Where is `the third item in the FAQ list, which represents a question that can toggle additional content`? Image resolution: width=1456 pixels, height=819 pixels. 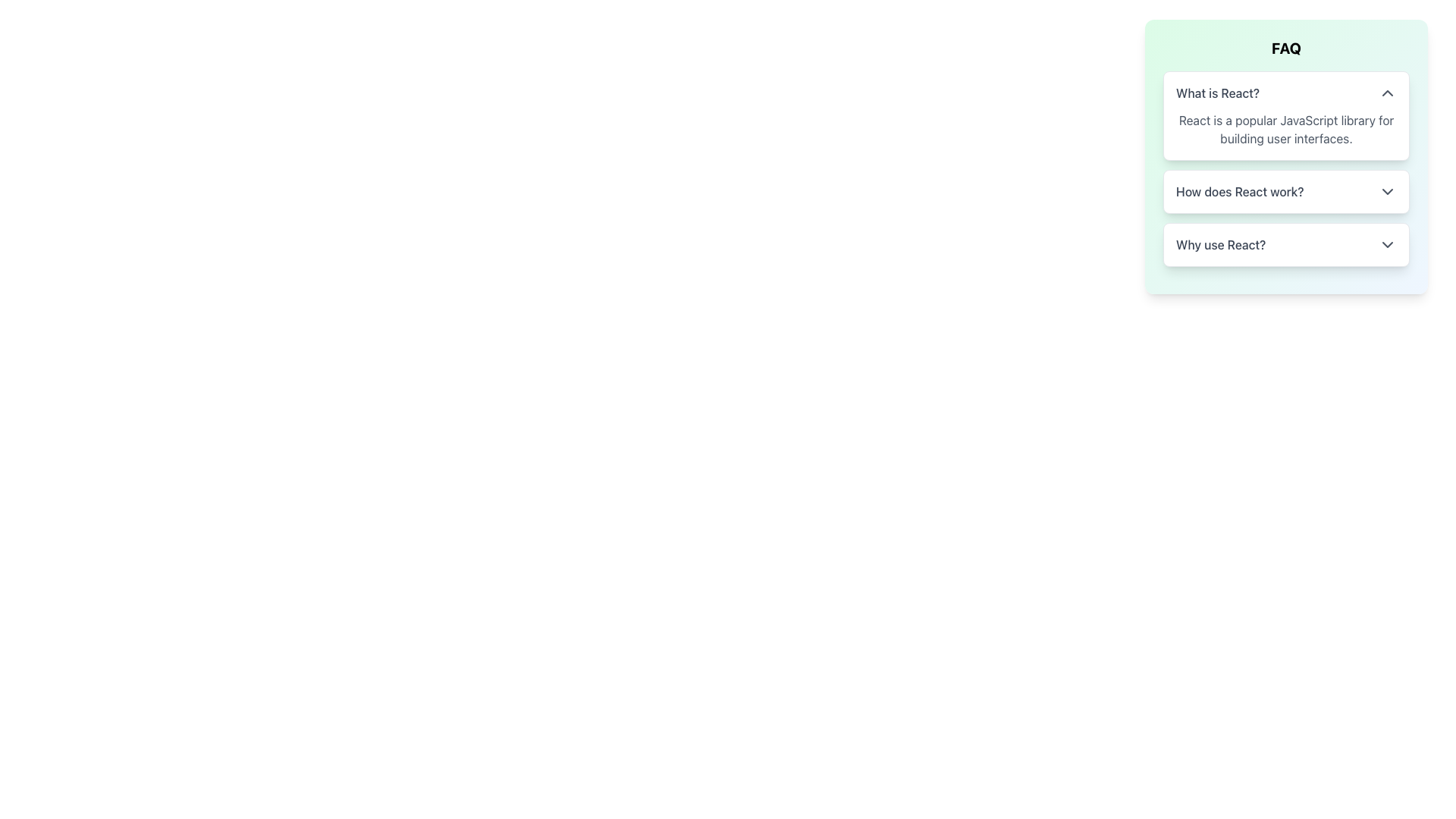
the third item in the FAQ list, which represents a question that can toggle additional content is located at coordinates (1285, 244).